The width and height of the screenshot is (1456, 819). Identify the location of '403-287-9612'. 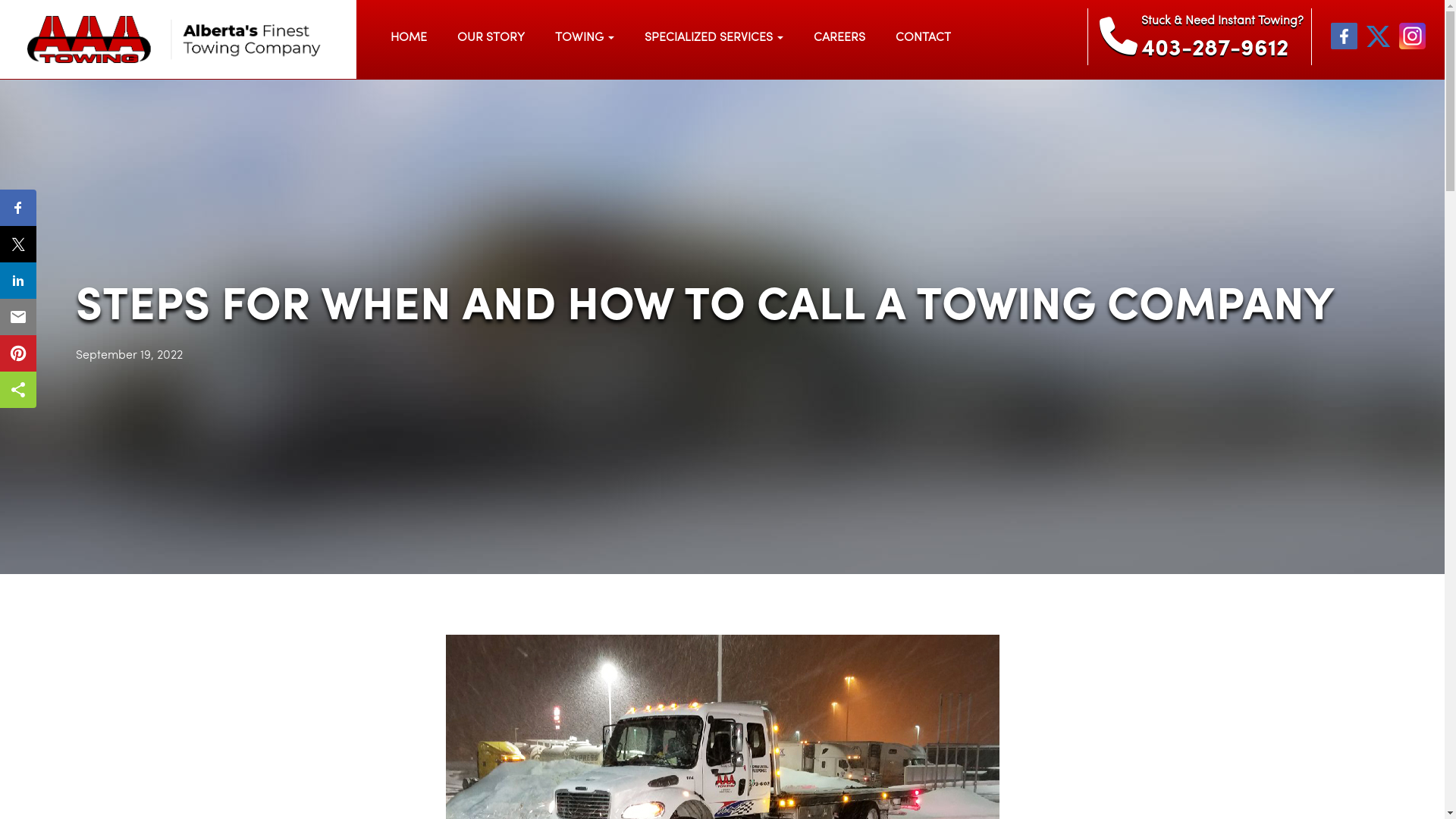
(1222, 49).